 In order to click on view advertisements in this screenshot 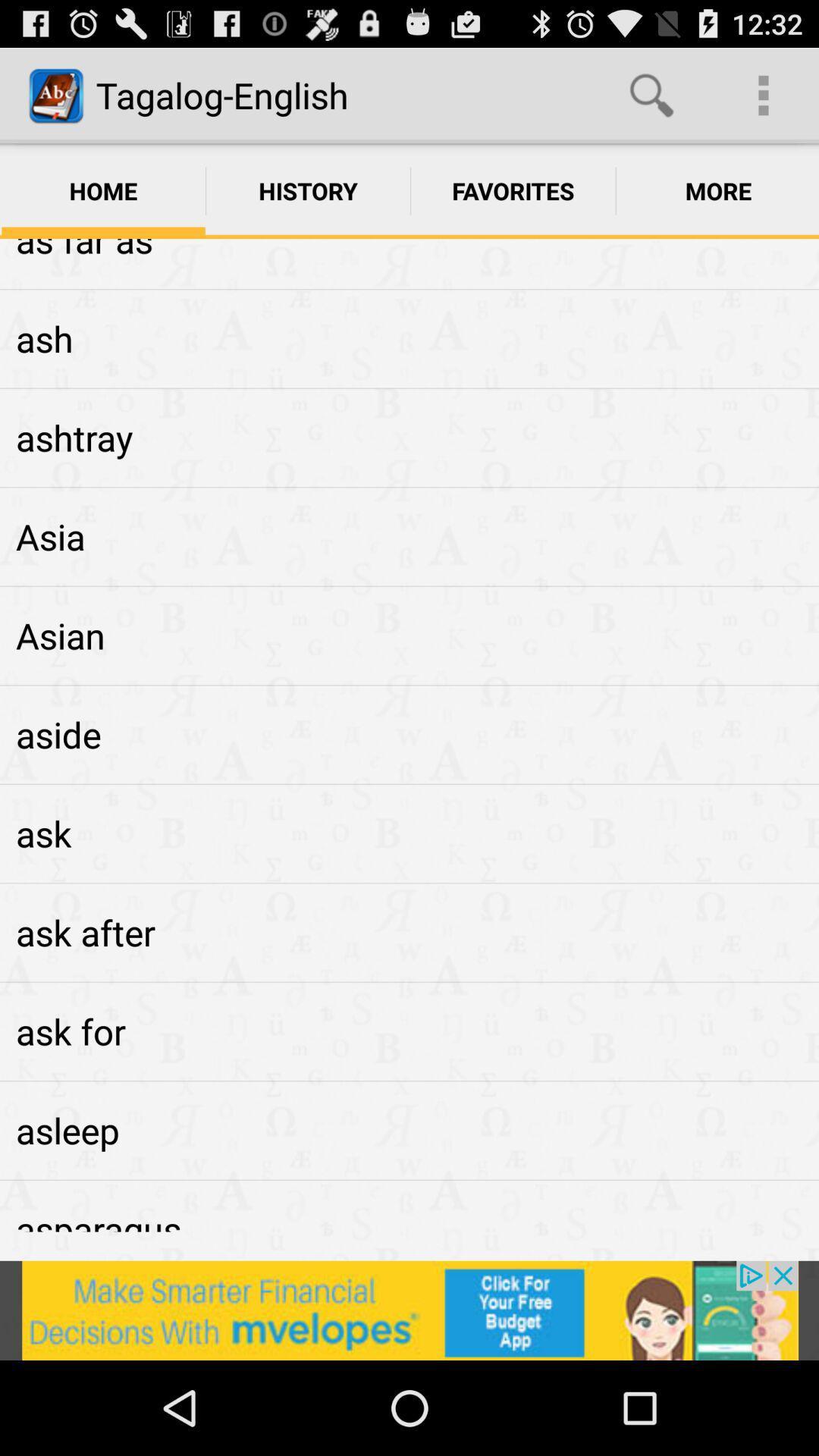, I will do `click(409, 1310)`.